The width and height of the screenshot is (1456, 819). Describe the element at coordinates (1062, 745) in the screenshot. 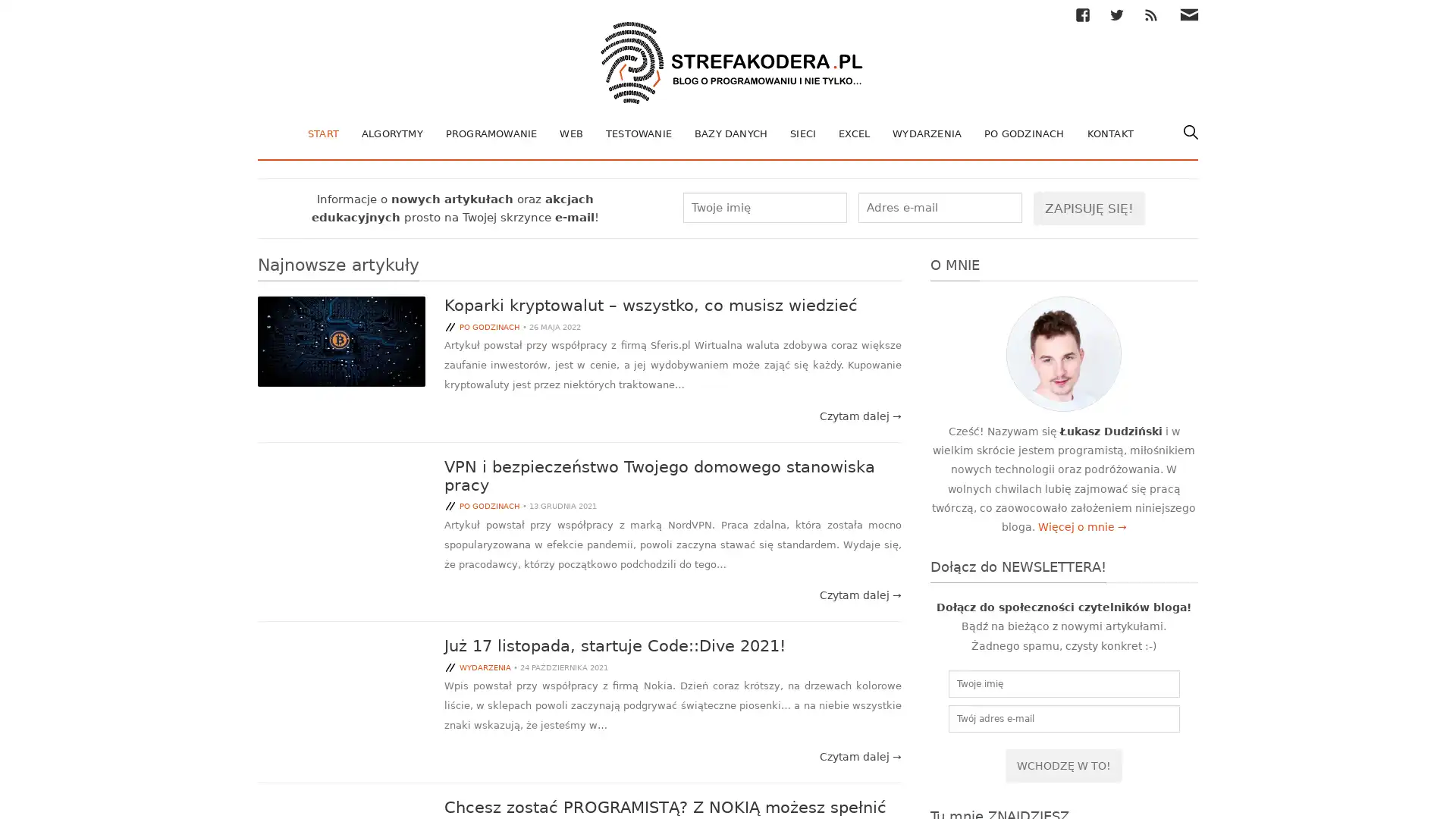

I see `Wchodze w to!` at that location.